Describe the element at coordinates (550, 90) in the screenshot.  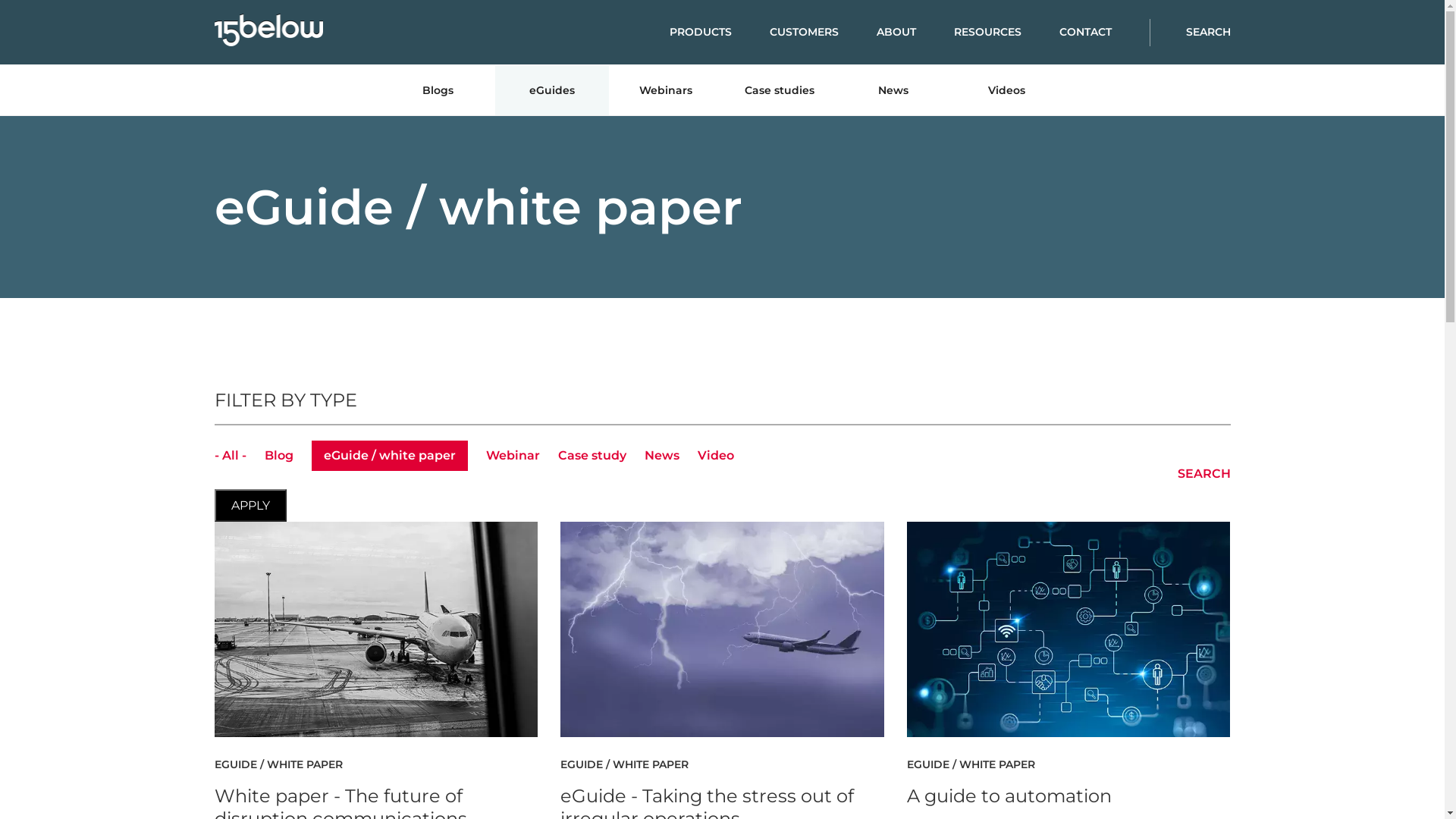
I see `'eGuides'` at that location.